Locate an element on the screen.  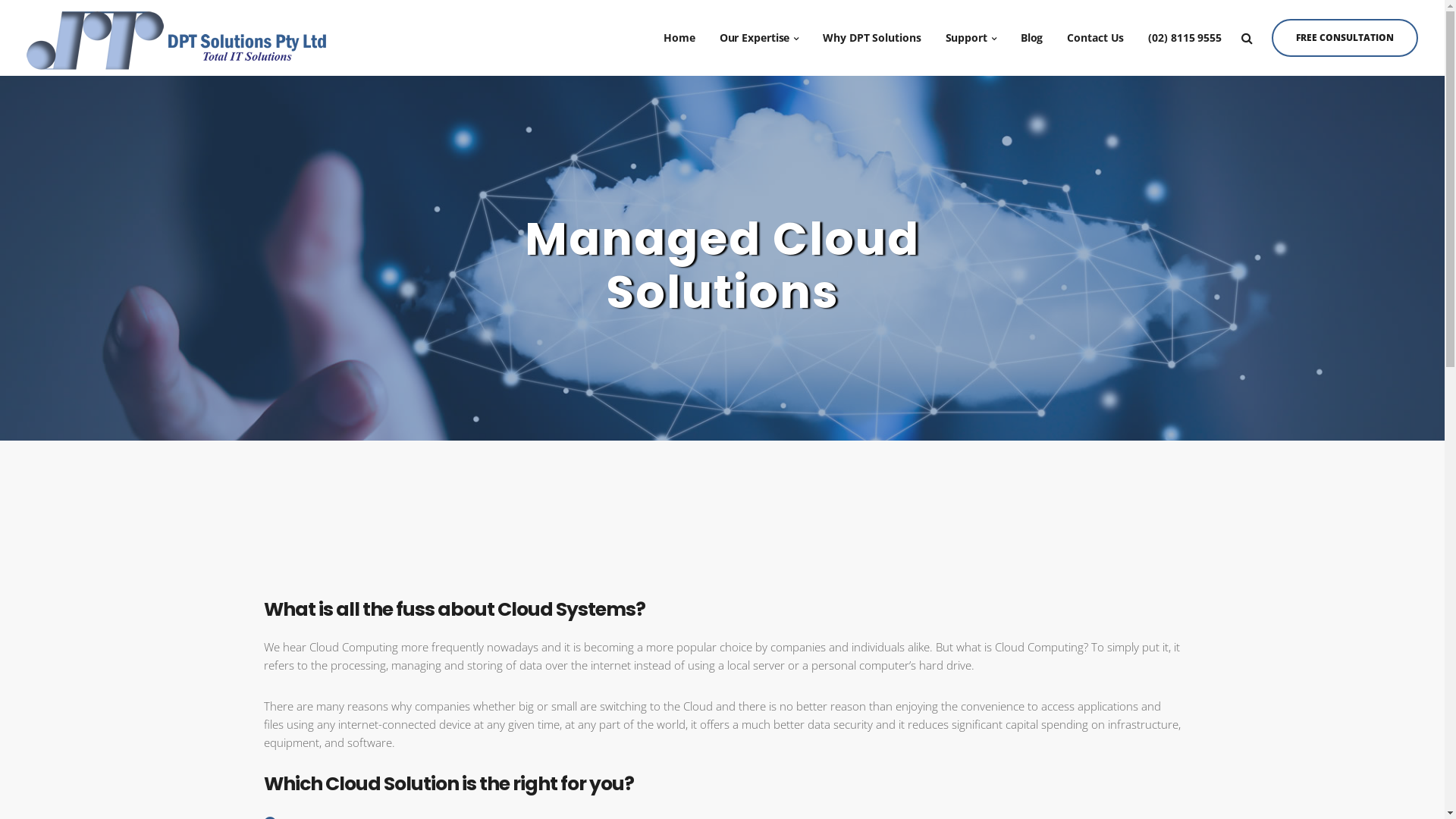
'Support' is located at coordinates (932, 37).